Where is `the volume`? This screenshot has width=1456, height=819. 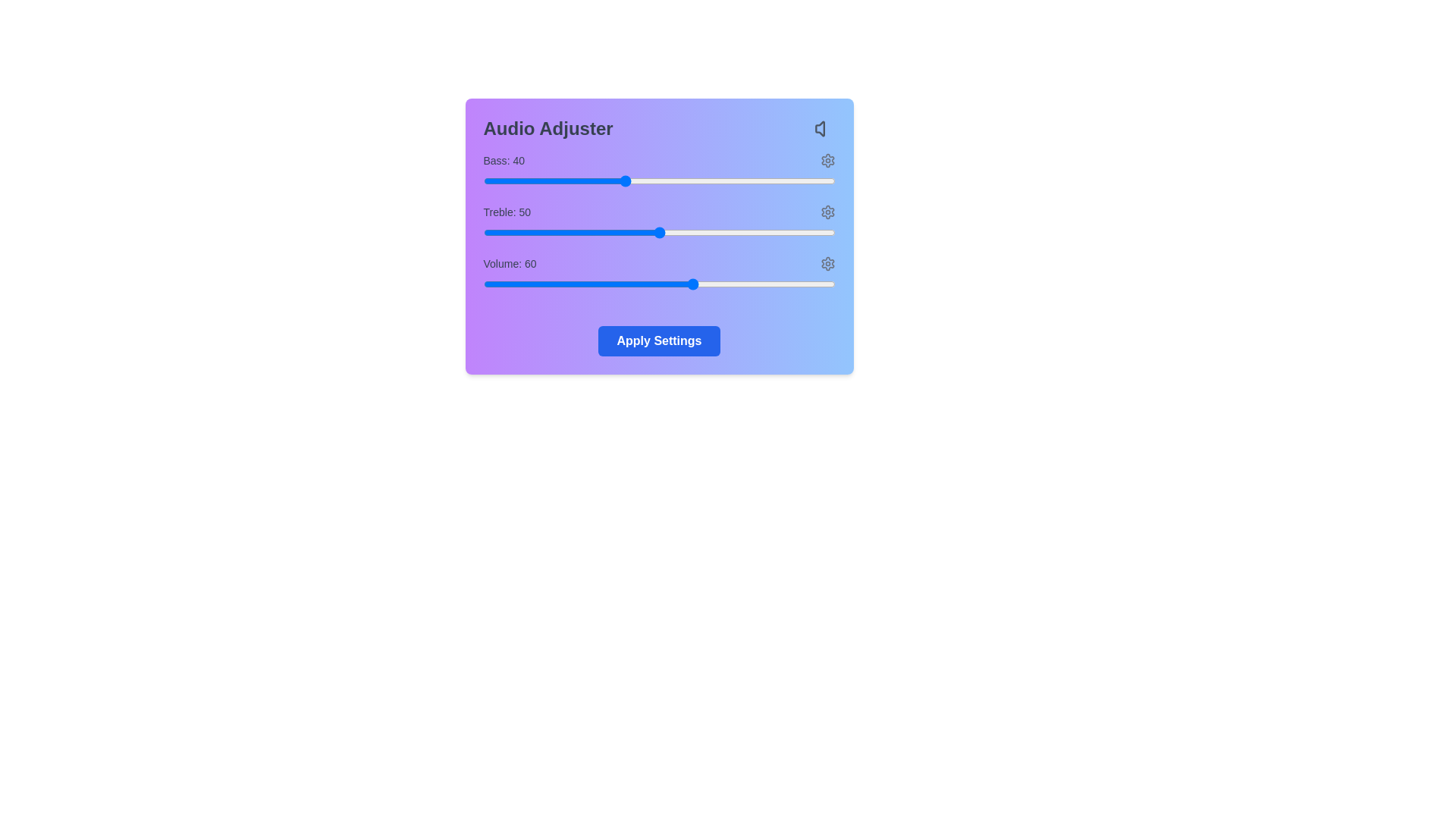
the volume is located at coordinates (697, 284).